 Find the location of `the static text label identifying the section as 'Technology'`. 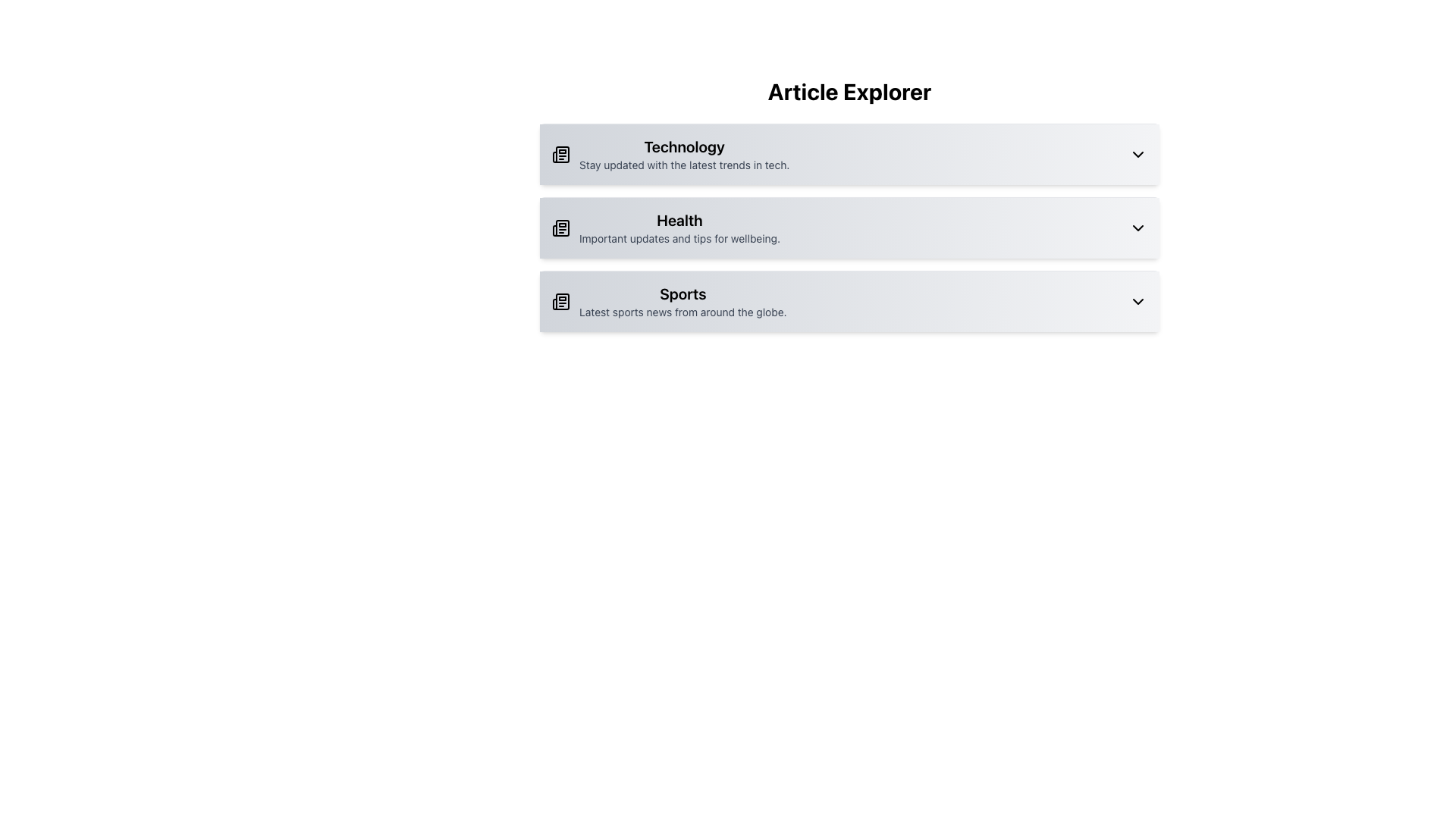

the static text label identifying the section as 'Technology' is located at coordinates (683, 146).